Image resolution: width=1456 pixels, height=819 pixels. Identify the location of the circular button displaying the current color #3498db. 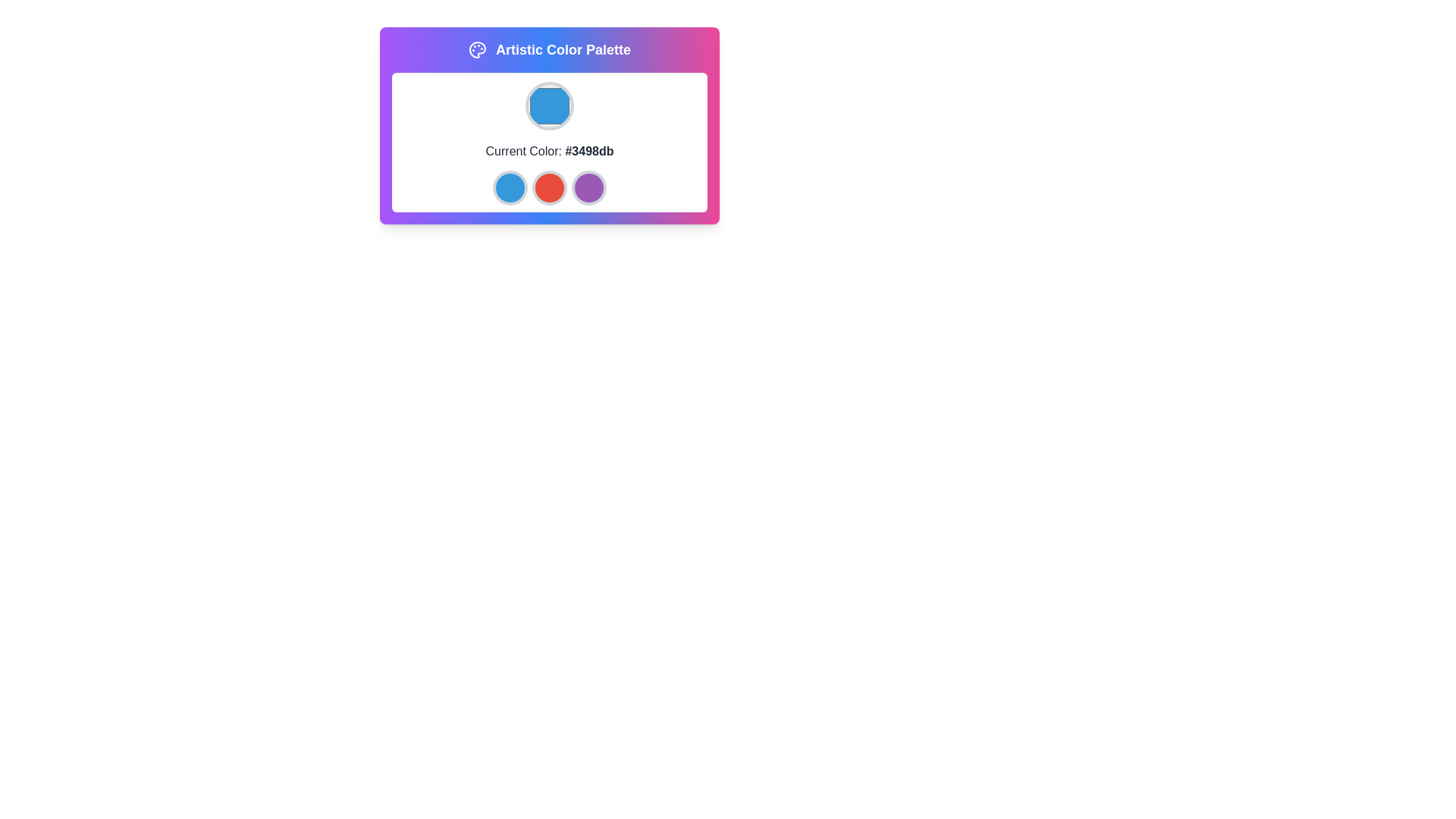
(548, 105).